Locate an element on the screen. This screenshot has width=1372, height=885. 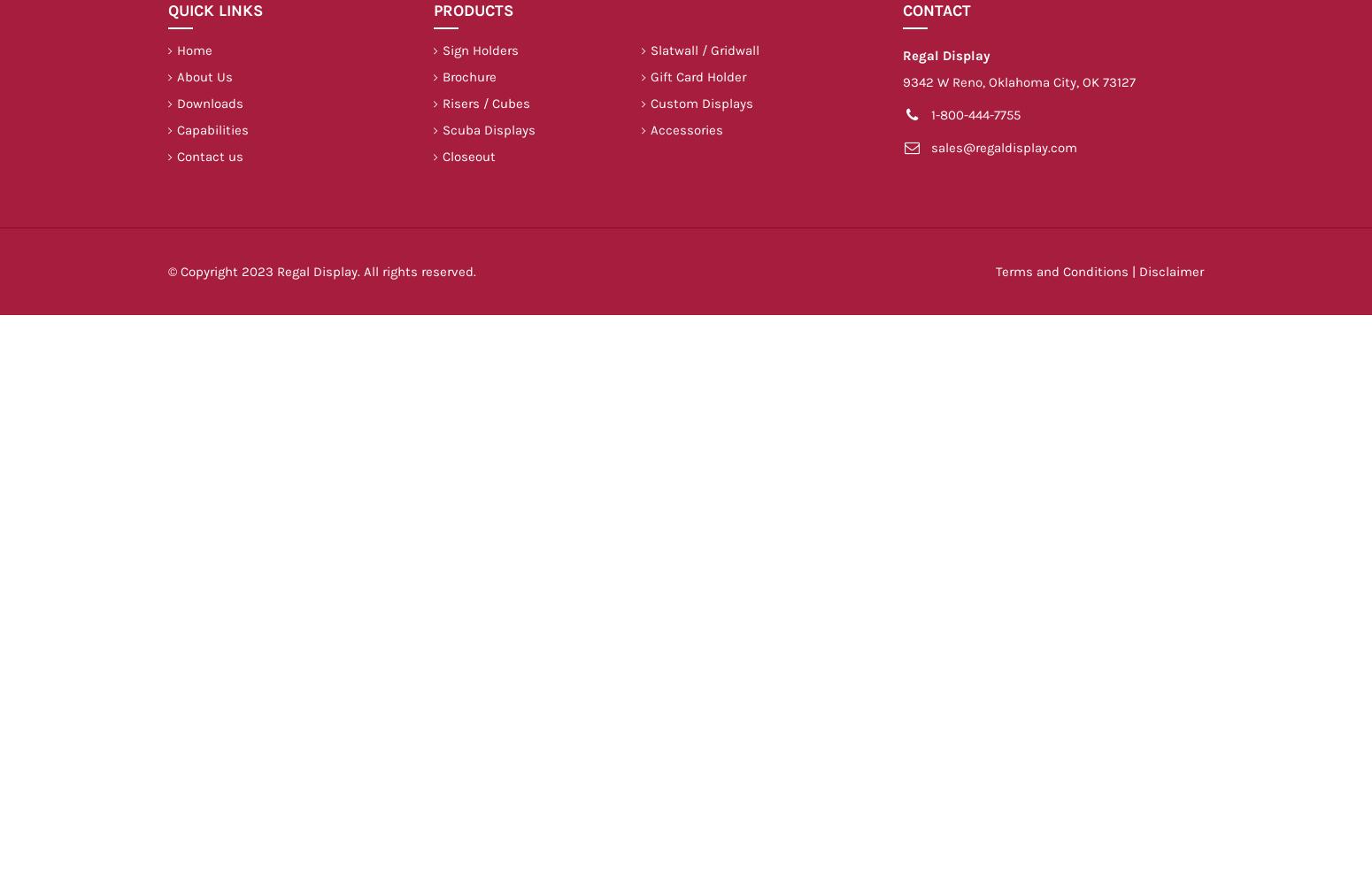
'Contact' is located at coordinates (937, 11).